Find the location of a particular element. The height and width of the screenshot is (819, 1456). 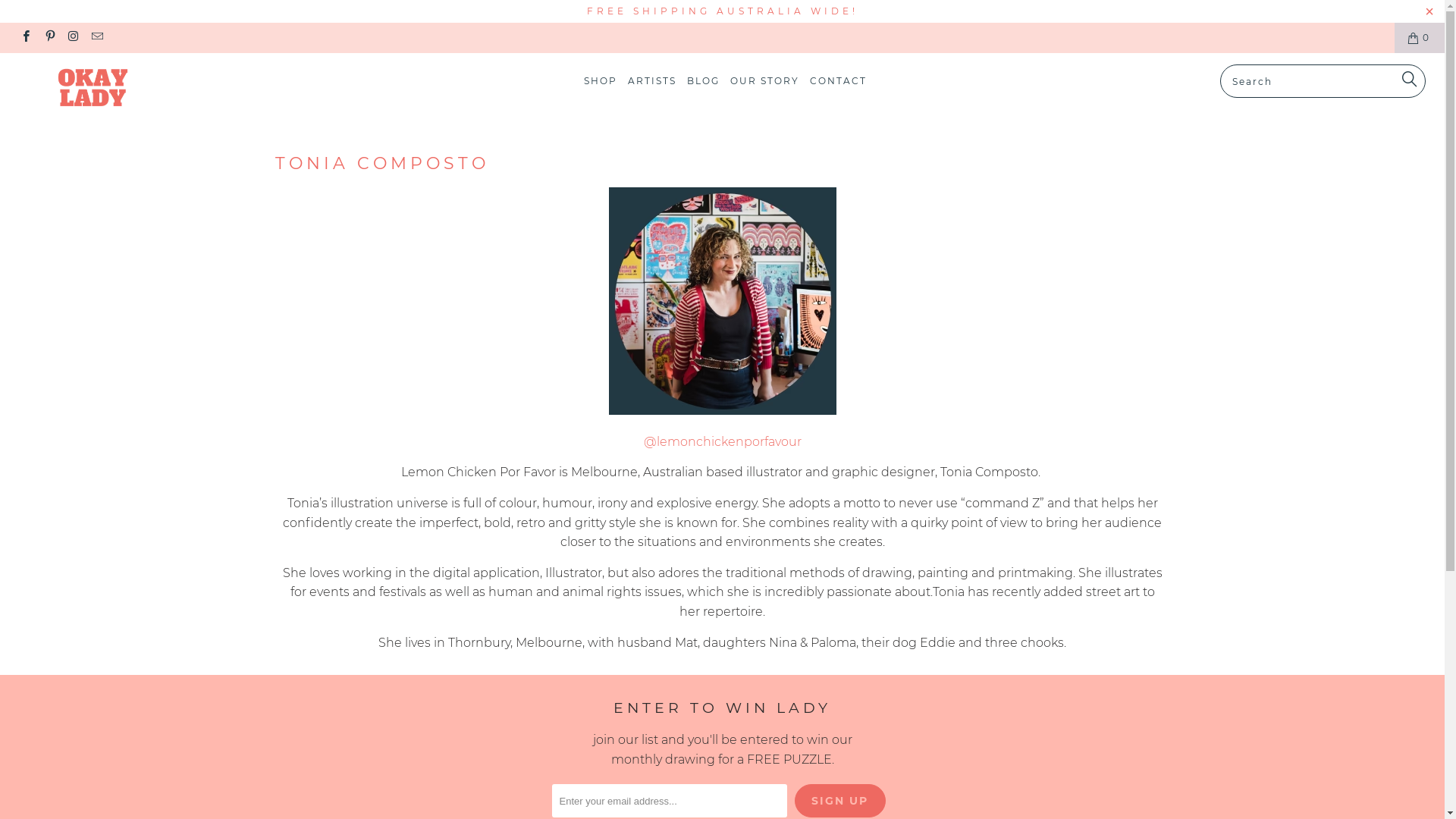

'Okay Lady' is located at coordinates (123, 89).